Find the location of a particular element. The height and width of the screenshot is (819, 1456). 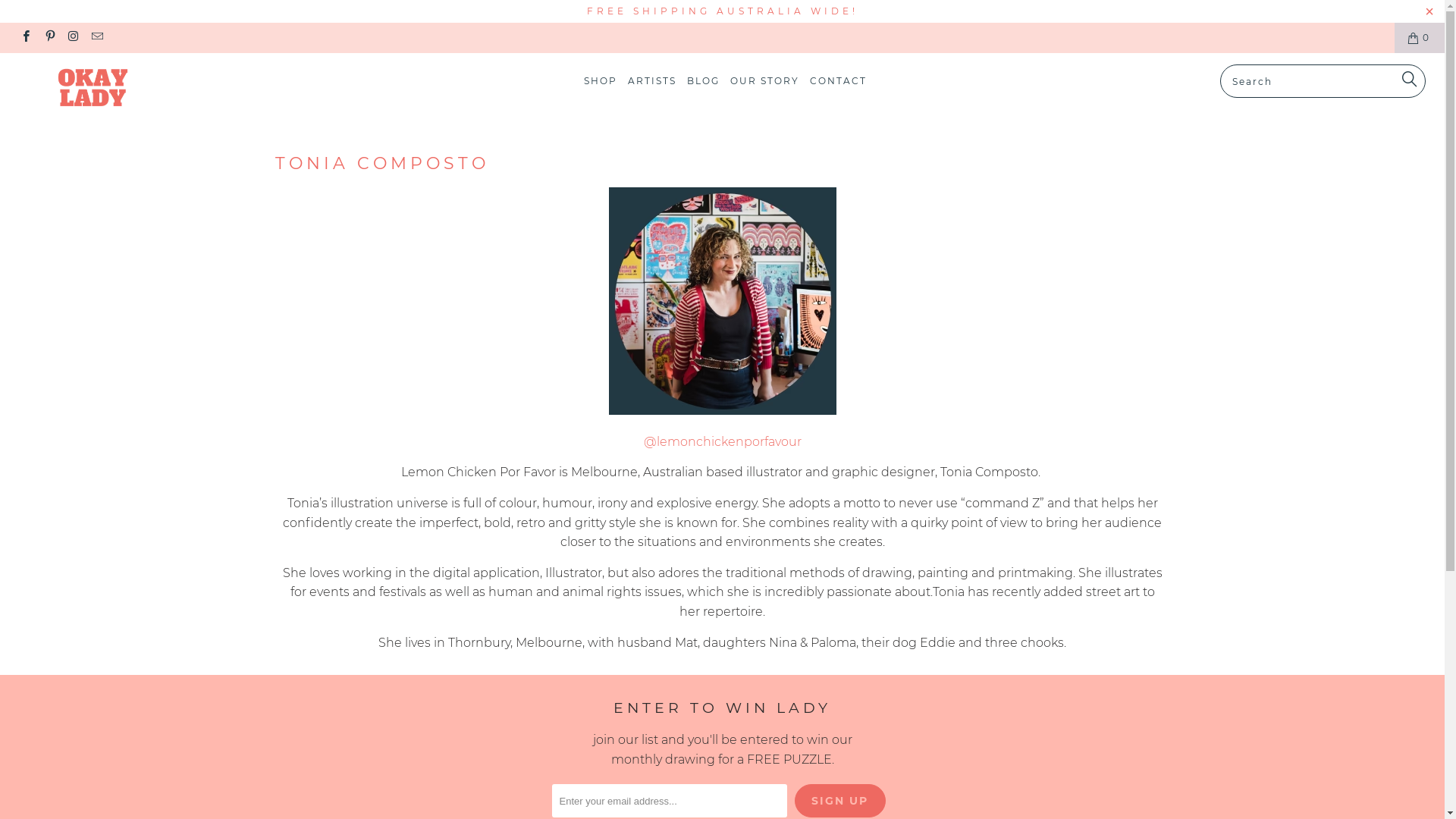

'Okay Lady' is located at coordinates (123, 89).